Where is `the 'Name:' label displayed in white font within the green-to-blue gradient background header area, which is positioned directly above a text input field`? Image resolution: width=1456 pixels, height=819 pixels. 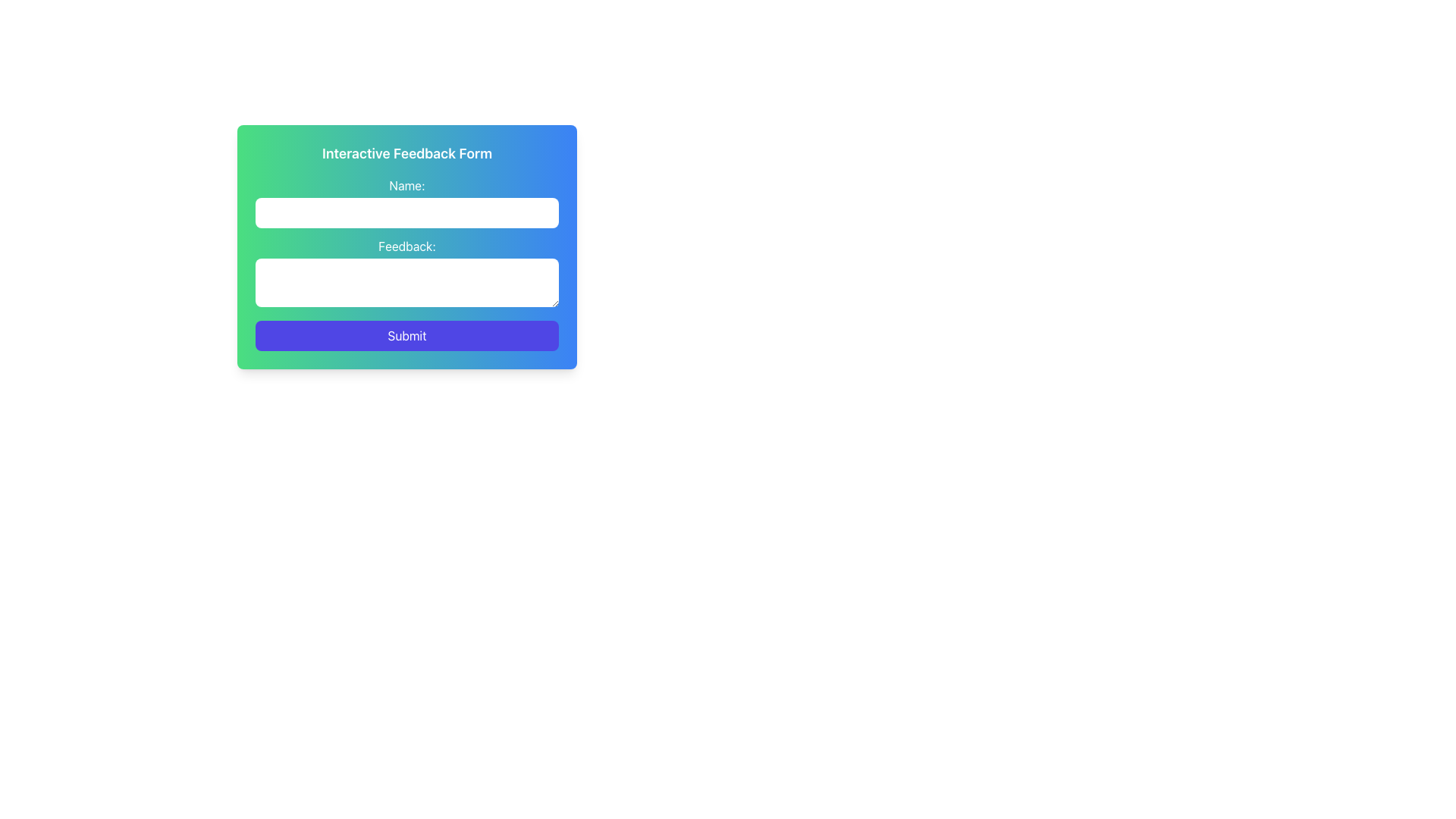 the 'Name:' label displayed in white font within the green-to-blue gradient background header area, which is positioned directly above a text input field is located at coordinates (407, 185).